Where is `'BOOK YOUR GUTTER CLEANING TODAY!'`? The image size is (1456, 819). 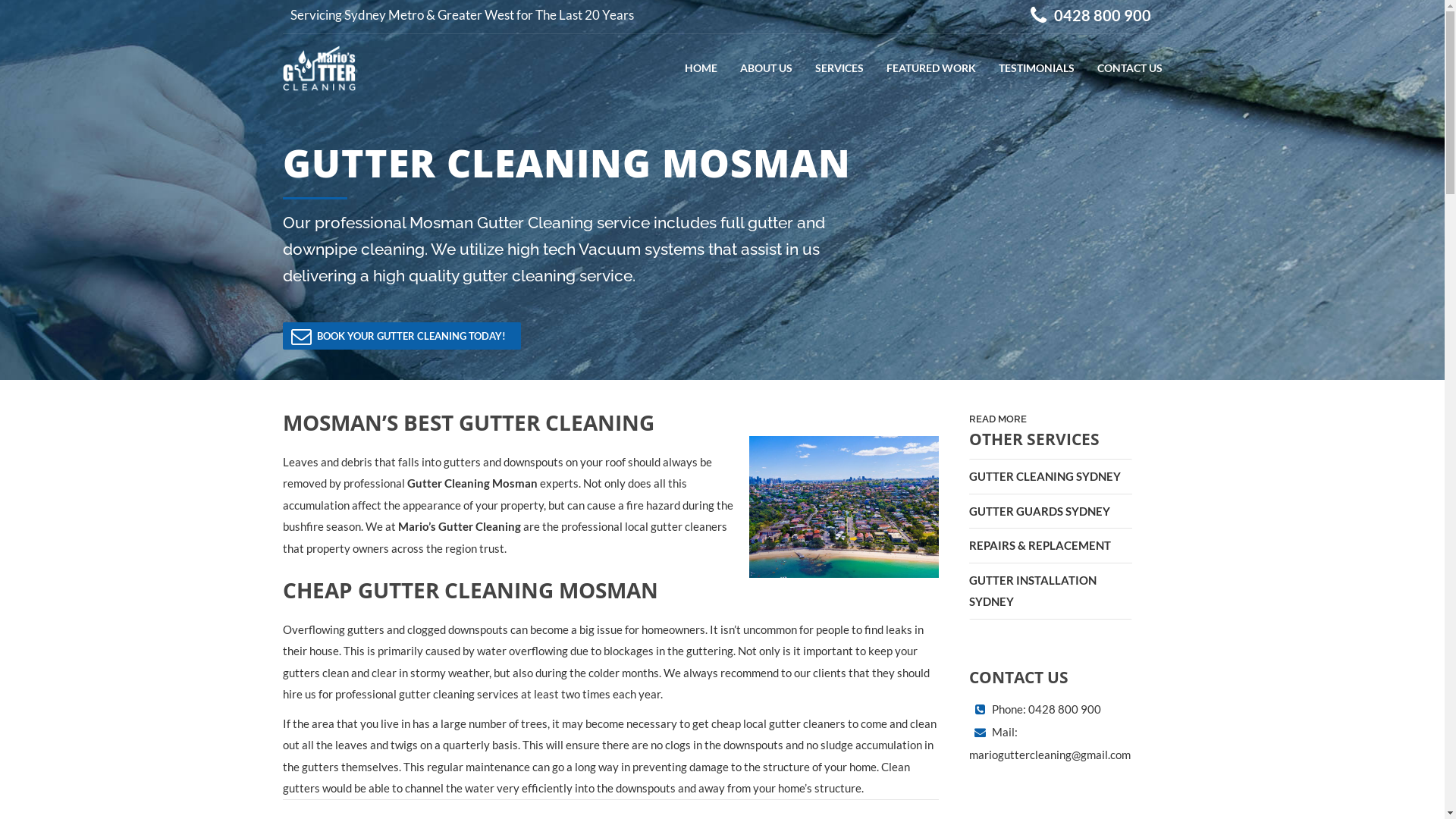
'BOOK YOUR GUTTER CLEANING TODAY!' is located at coordinates (400, 335).